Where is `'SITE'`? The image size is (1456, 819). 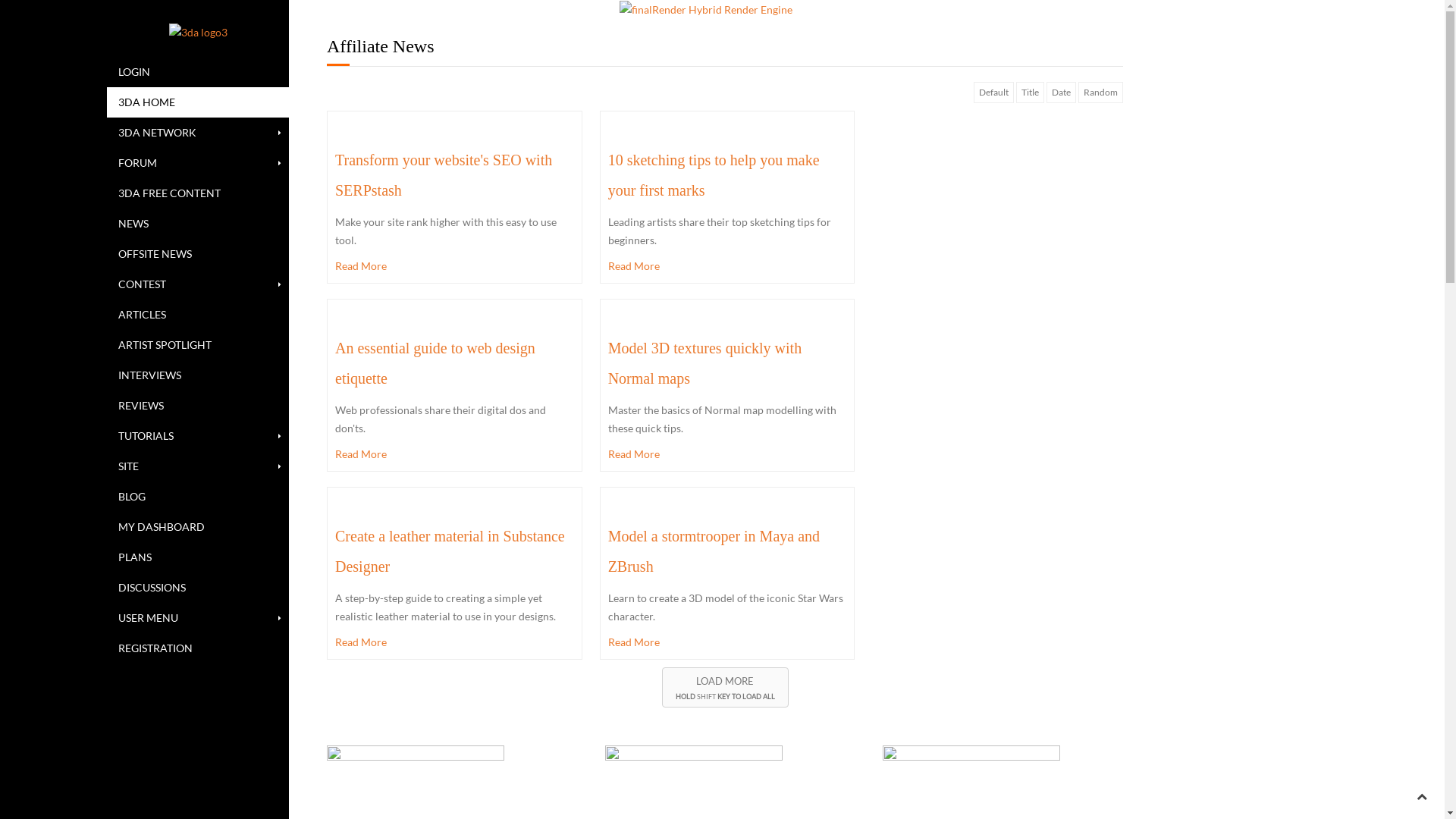
'SITE' is located at coordinates (105, 465).